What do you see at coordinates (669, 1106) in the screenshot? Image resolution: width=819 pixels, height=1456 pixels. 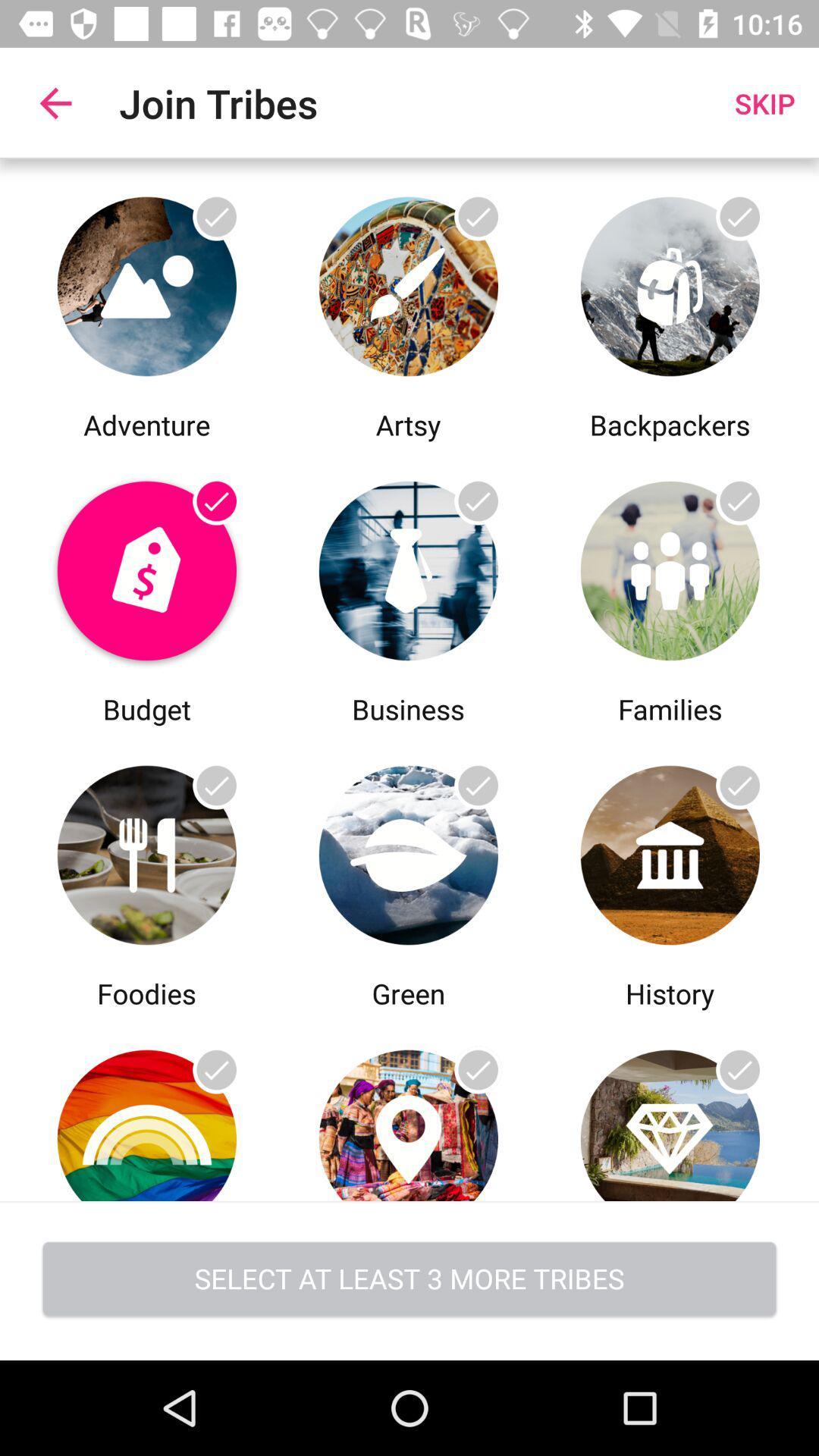 I see `the history tribe` at bounding box center [669, 1106].